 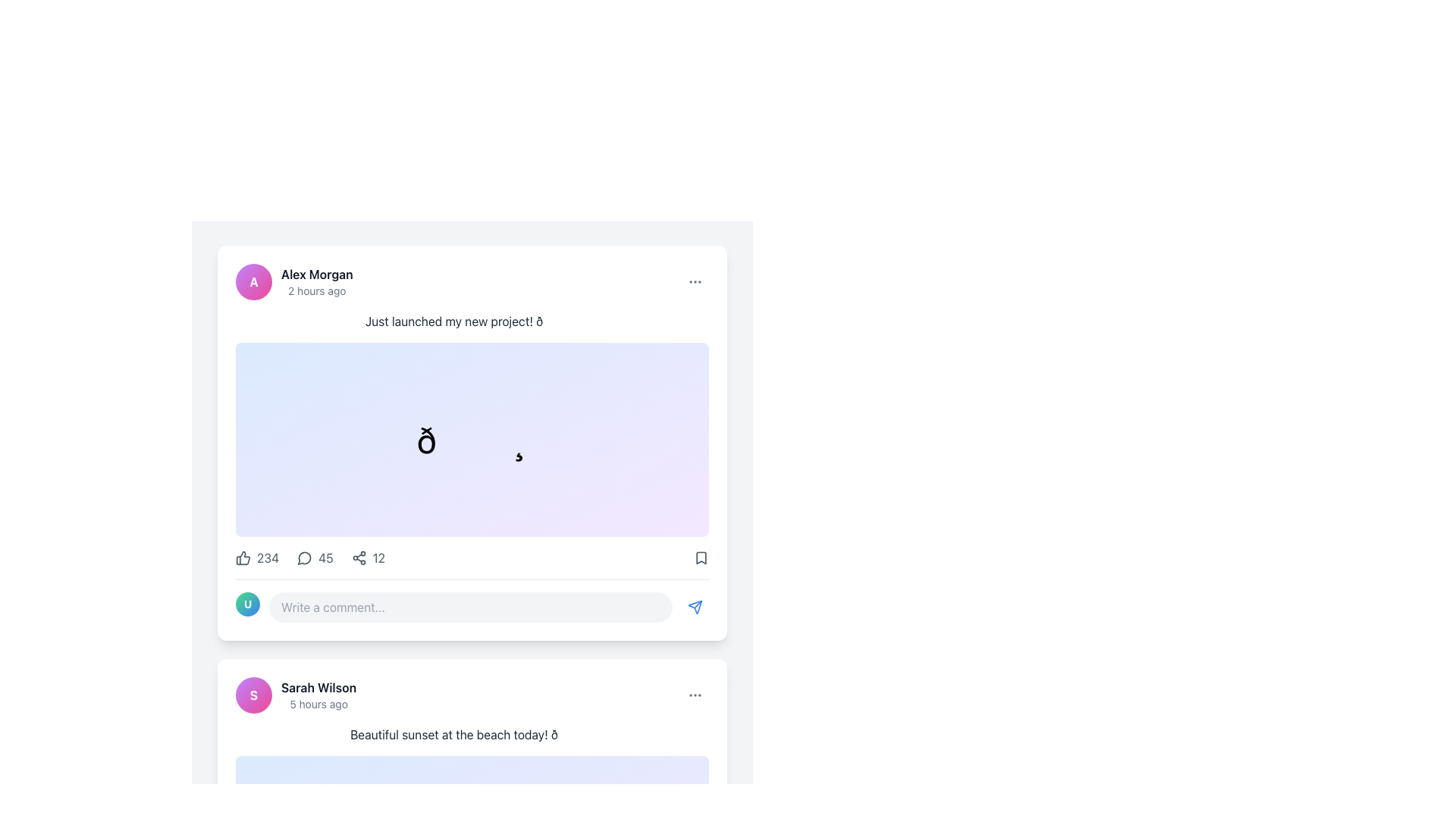 What do you see at coordinates (303, 558) in the screenshot?
I see `the circular chat bubble icon with an arrow pointing to the bottom-left, located second from the left in the row of interaction buttons below the post by 'Alex Morgan'` at bounding box center [303, 558].